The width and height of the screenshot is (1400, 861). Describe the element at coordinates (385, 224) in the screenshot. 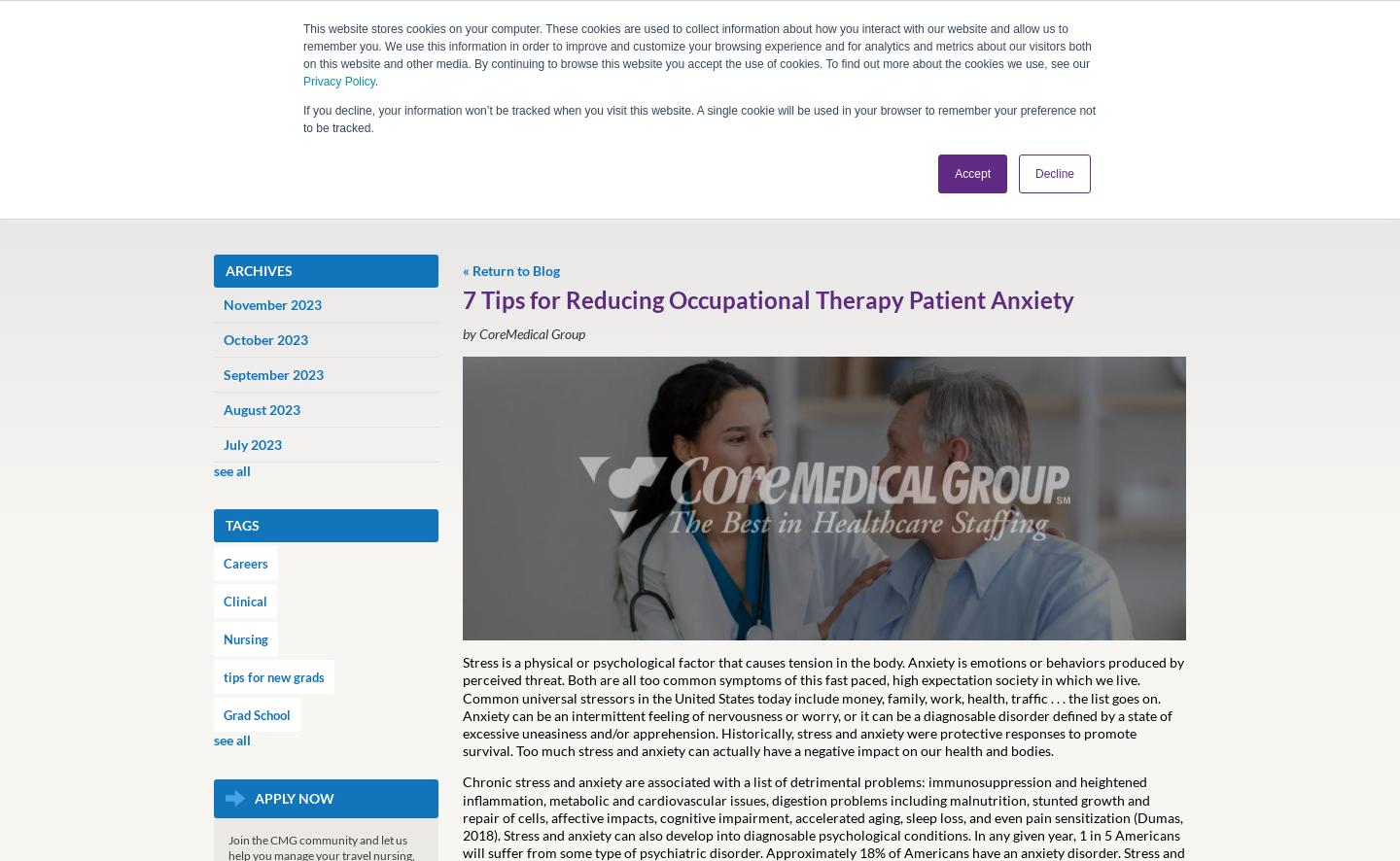

I see `'Job Search'` at that location.